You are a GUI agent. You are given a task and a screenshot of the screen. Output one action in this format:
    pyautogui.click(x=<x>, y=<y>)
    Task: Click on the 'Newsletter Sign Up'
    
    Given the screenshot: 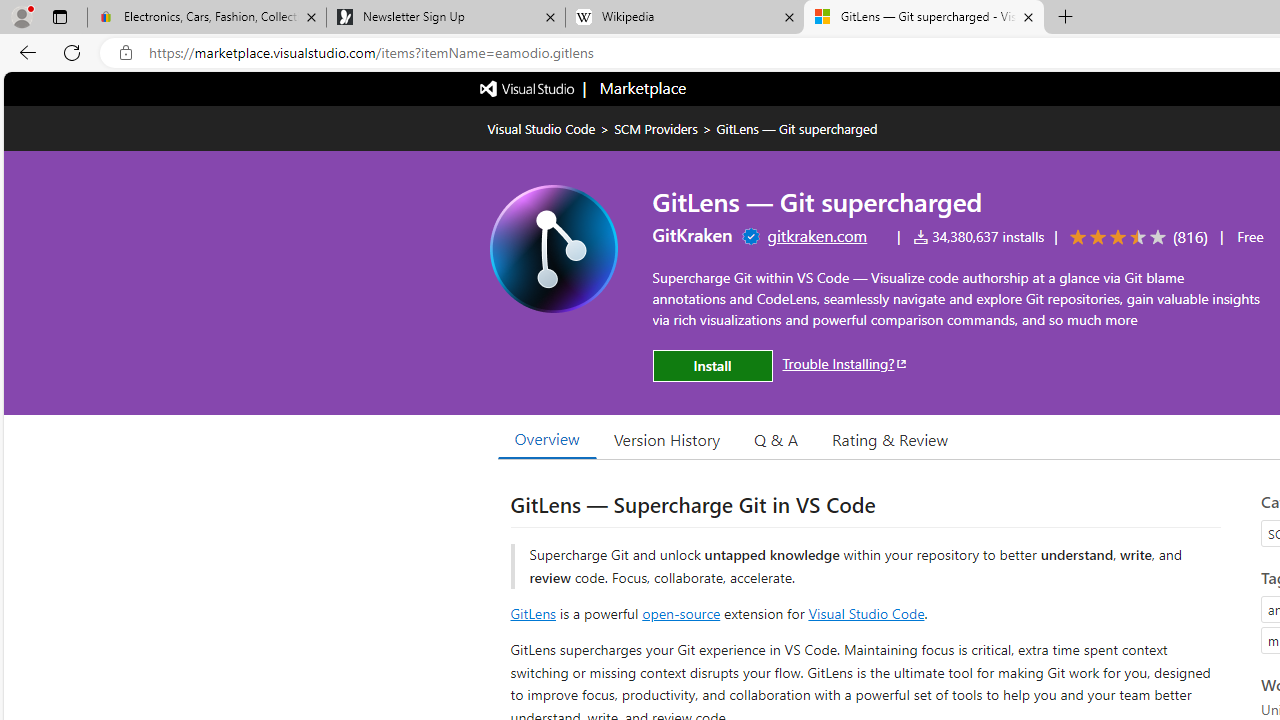 What is the action you would take?
    pyautogui.click(x=444, y=17)
    